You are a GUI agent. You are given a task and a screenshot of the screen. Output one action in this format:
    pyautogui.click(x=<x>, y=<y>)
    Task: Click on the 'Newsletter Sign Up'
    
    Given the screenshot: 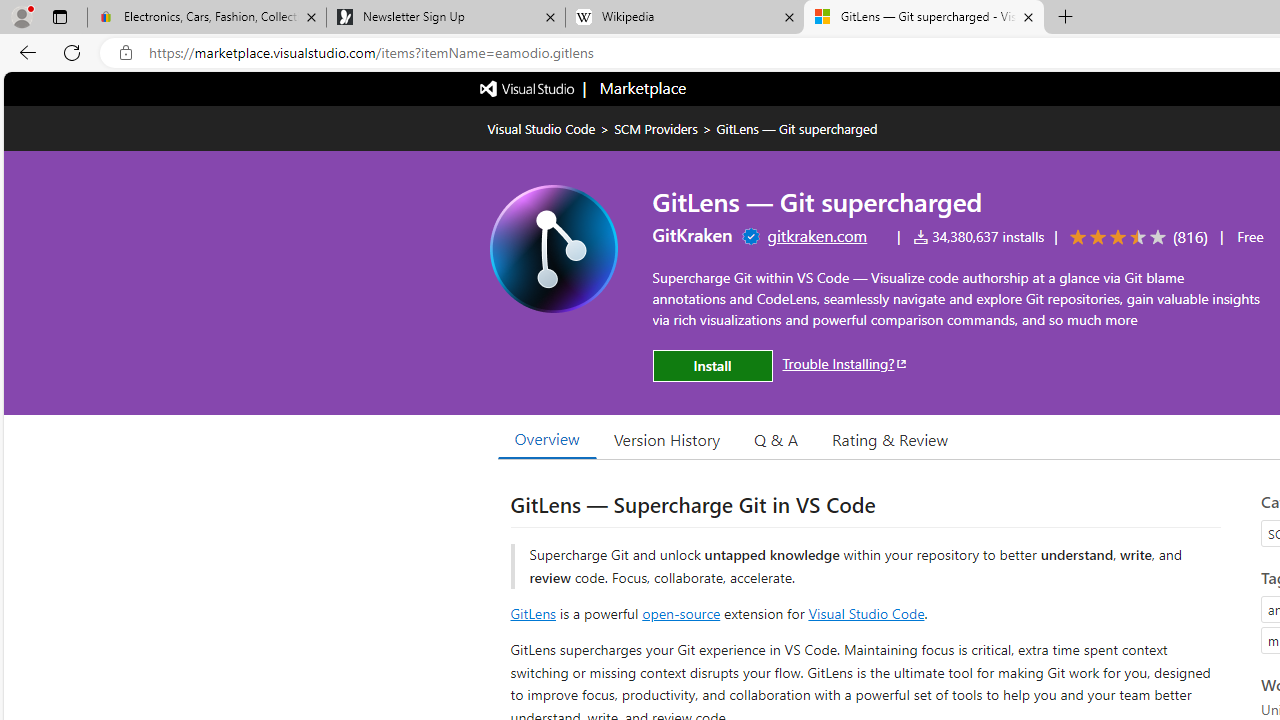 What is the action you would take?
    pyautogui.click(x=444, y=17)
    